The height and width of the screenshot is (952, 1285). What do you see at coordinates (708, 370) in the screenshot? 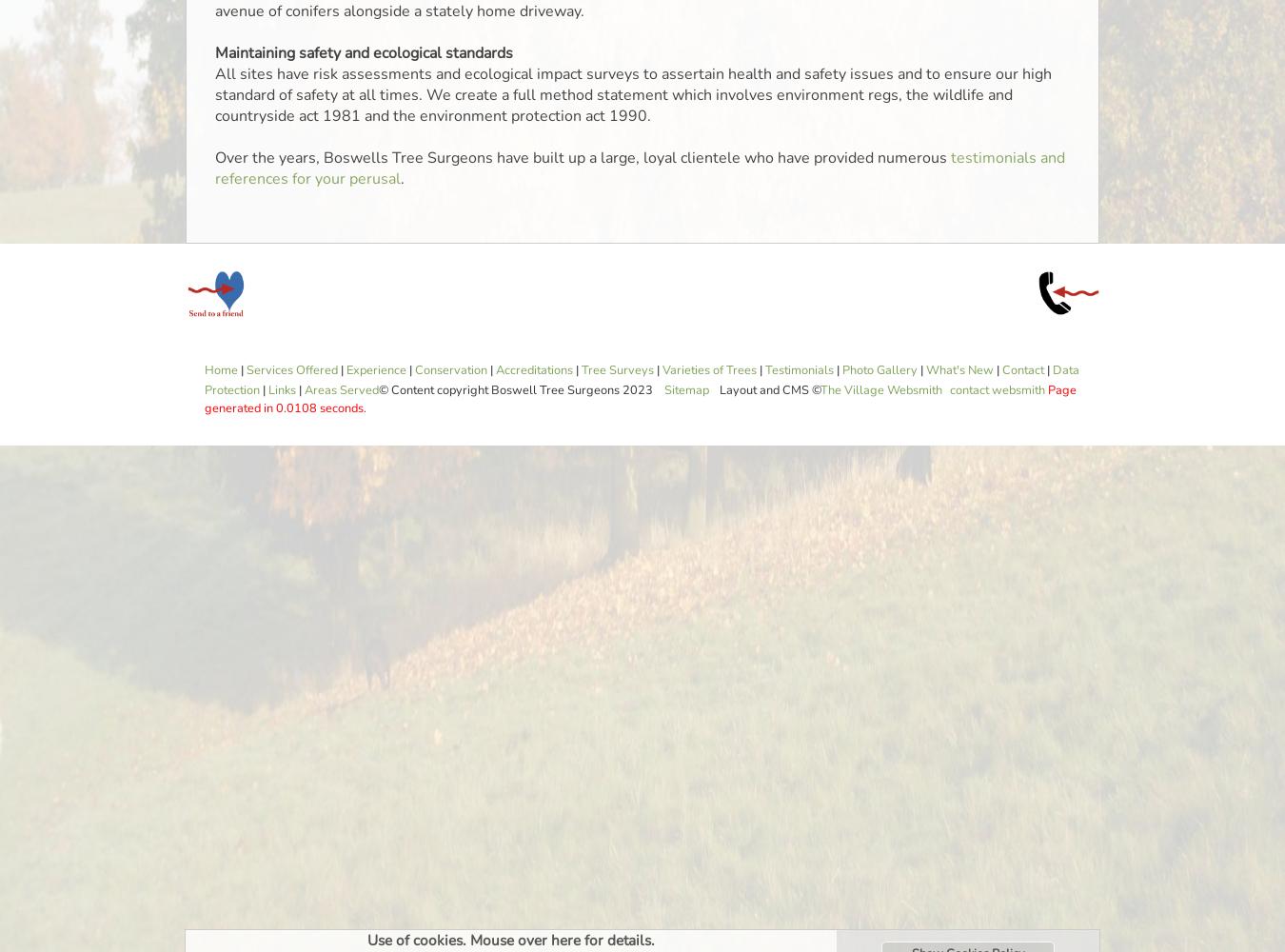
I see `'Varieties of Trees'` at bounding box center [708, 370].